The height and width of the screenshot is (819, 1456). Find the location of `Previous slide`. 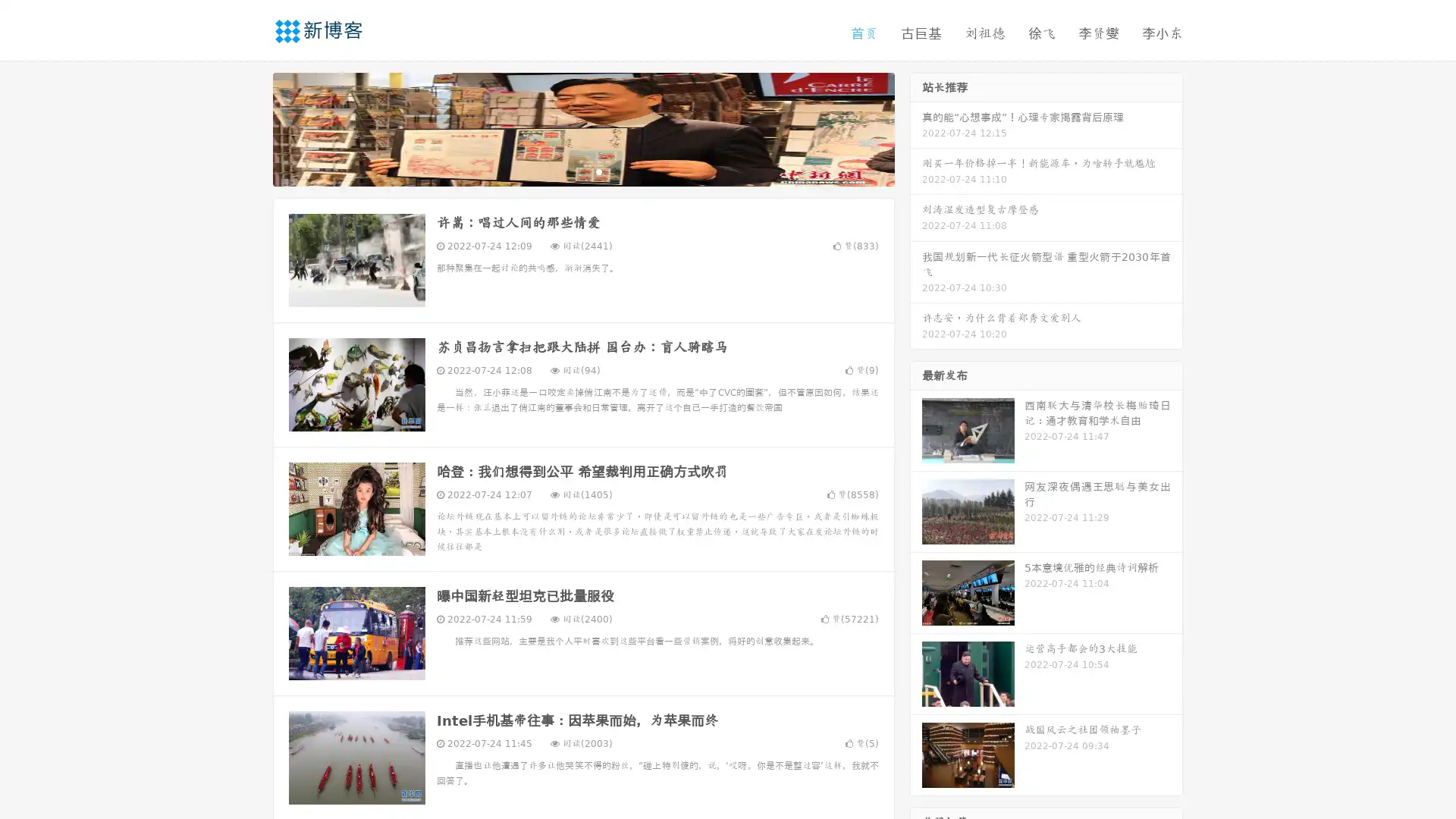

Previous slide is located at coordinates (250, 127).